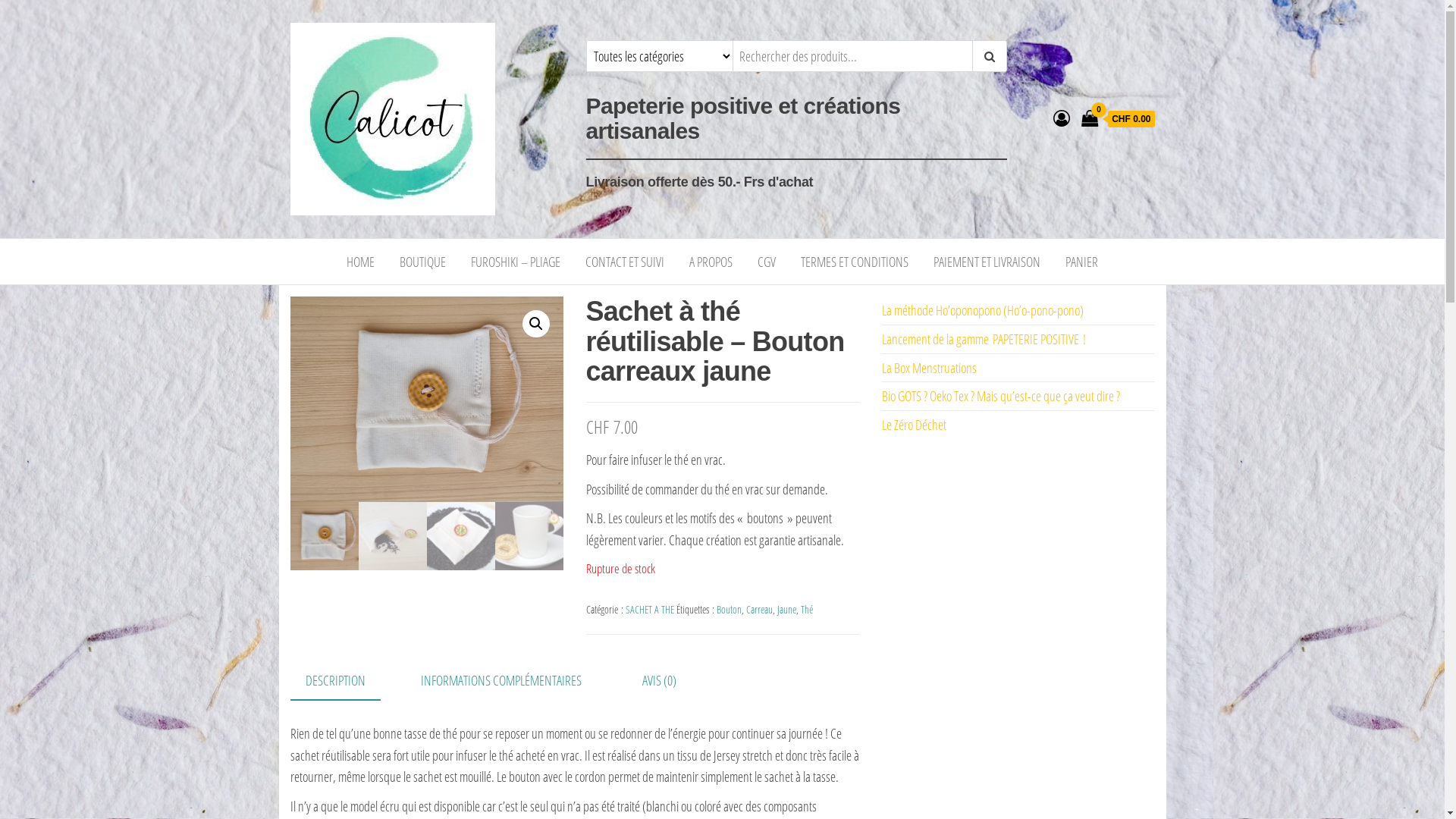 The image size is (1456, 819). Describe the element at coordinates (334, 680) in the screenshot. I see `'DESCRIPTION'` at that location.